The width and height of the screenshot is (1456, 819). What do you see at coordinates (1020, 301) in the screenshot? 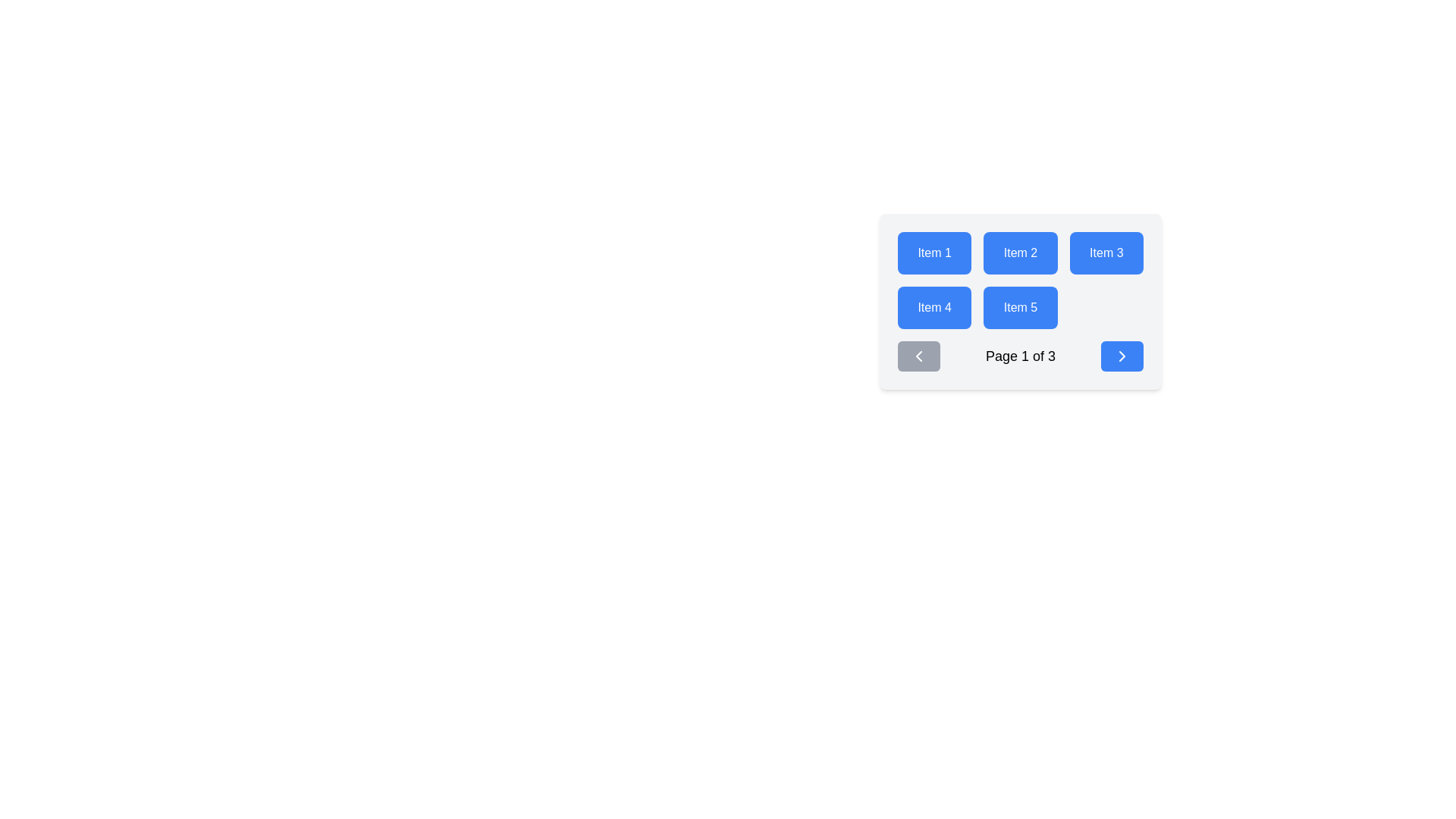
I see `the grid of buttons in the composite widget` at bounding box center [1020, 301].